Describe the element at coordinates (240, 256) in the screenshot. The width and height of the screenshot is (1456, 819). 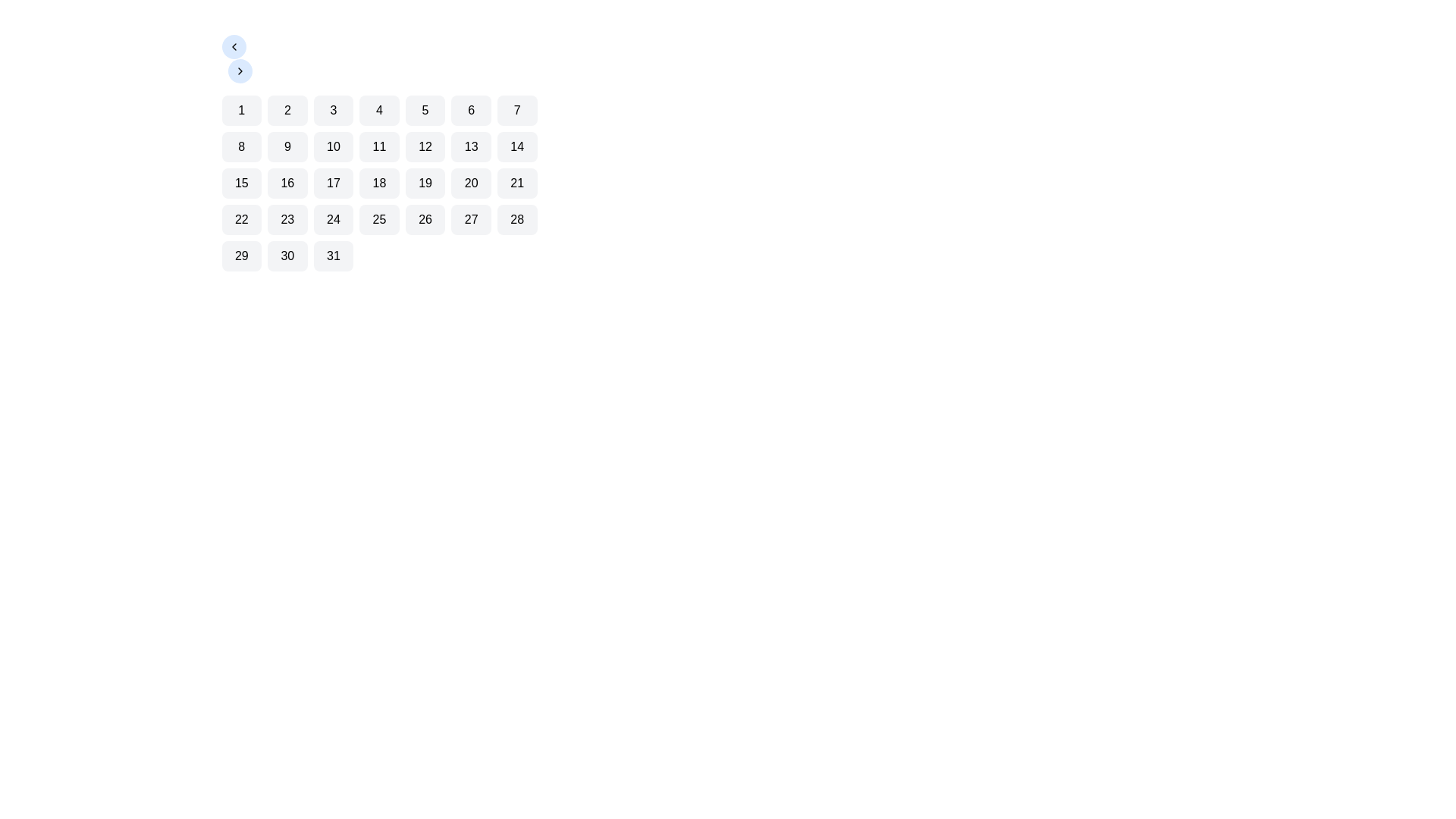
I see `the calendar button representing day '29', located in the last row, first column of the calendar grid` at that location.